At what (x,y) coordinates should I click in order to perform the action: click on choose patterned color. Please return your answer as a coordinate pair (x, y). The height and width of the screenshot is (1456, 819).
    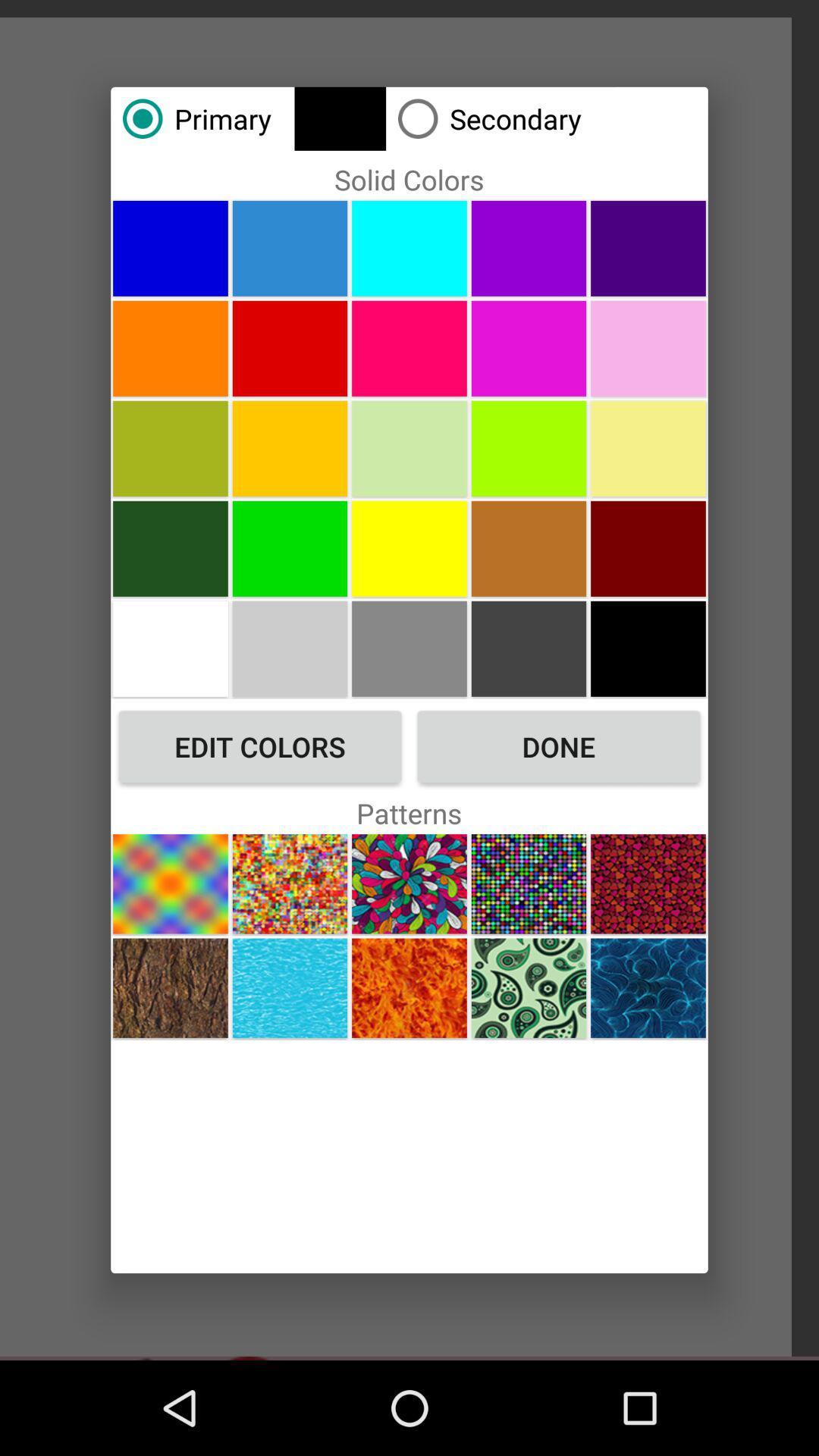
    Looking at the image, I should click on (528, 883).